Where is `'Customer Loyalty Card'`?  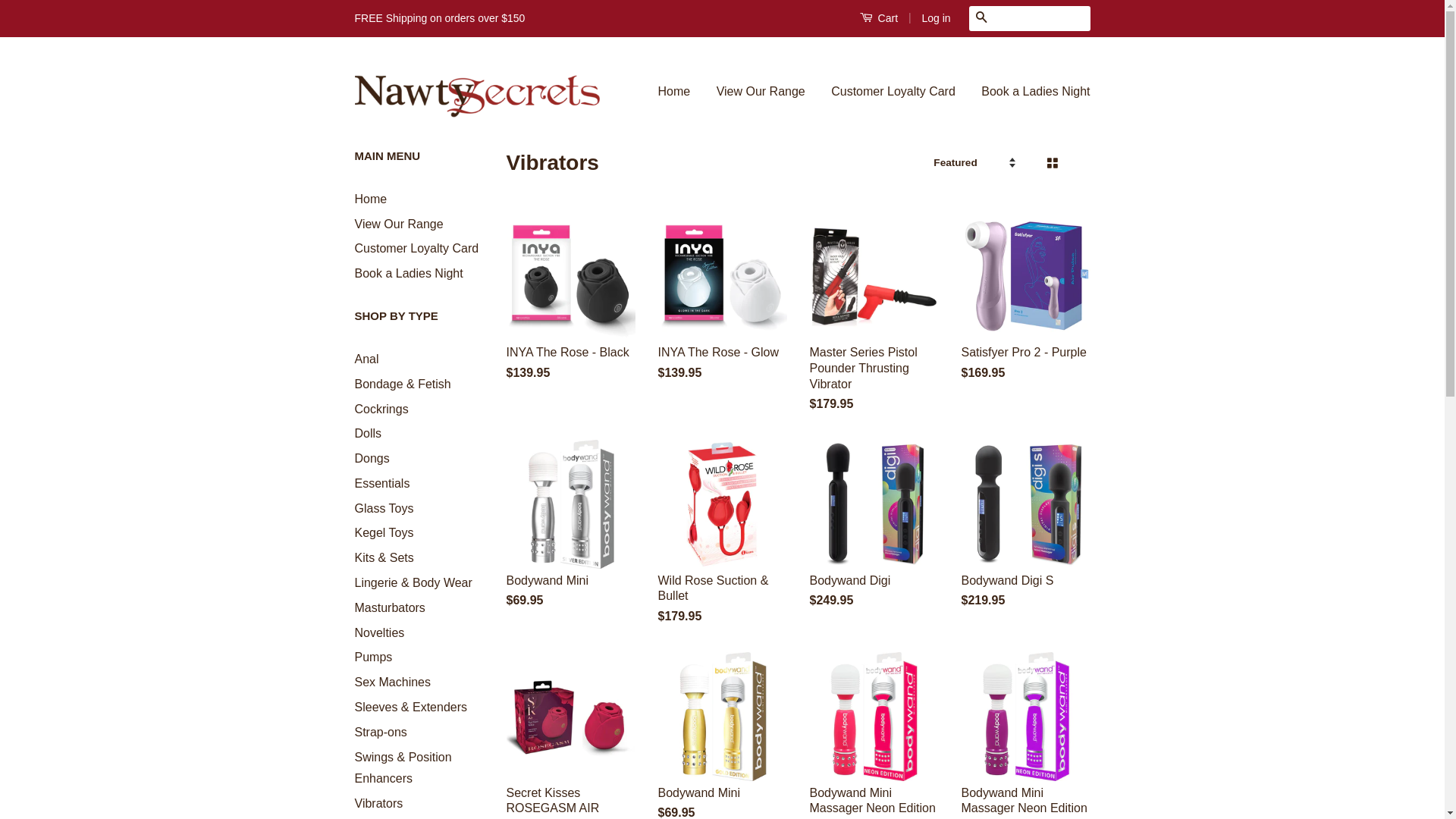
'Customer Loyalty Card' is located at coordinates (893, 92).